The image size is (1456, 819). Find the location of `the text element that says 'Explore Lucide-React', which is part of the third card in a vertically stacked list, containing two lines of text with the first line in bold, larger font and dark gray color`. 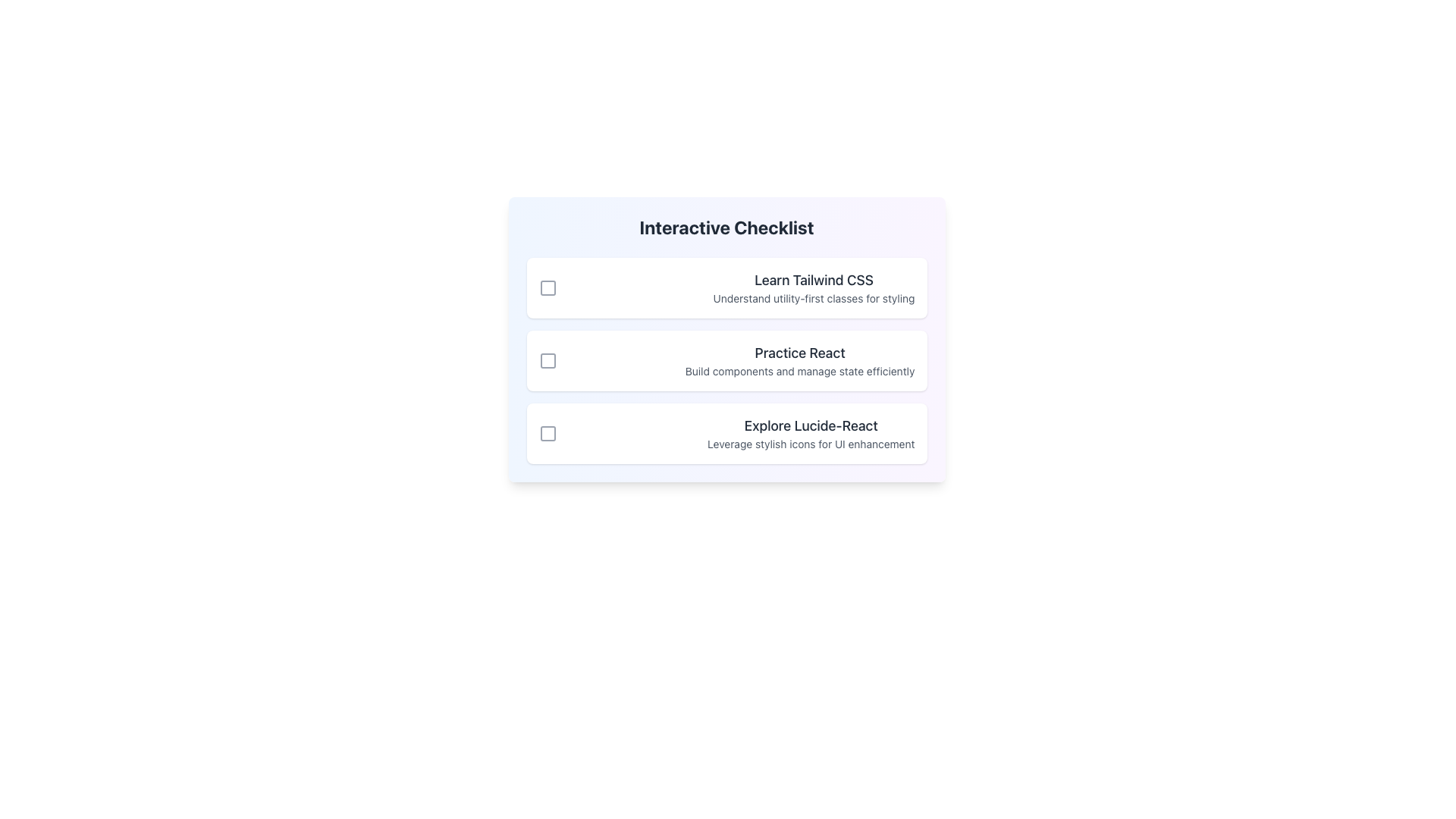

the text element that says 'Explore Lucide-React', which is part of the third card in a vertically stacked list, containing two lines of text with the first line in bold, larger font and dark gray color is located at coordinates (810, 433).